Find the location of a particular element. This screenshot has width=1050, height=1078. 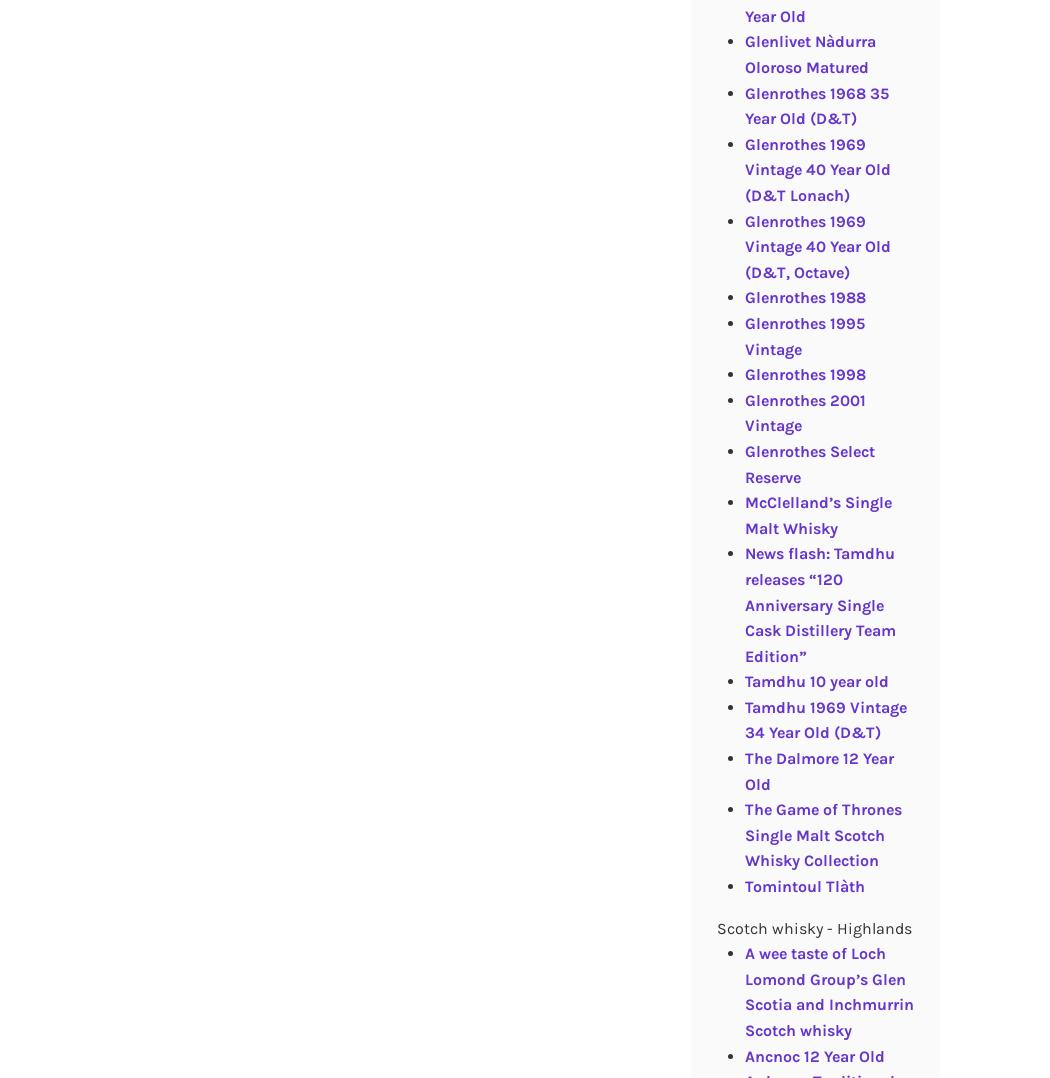

'A wee taste of Loch Lomond Group’s Glen Scotia and Inchmurrin Scotch whisky' is located at coordinates (828, 991).